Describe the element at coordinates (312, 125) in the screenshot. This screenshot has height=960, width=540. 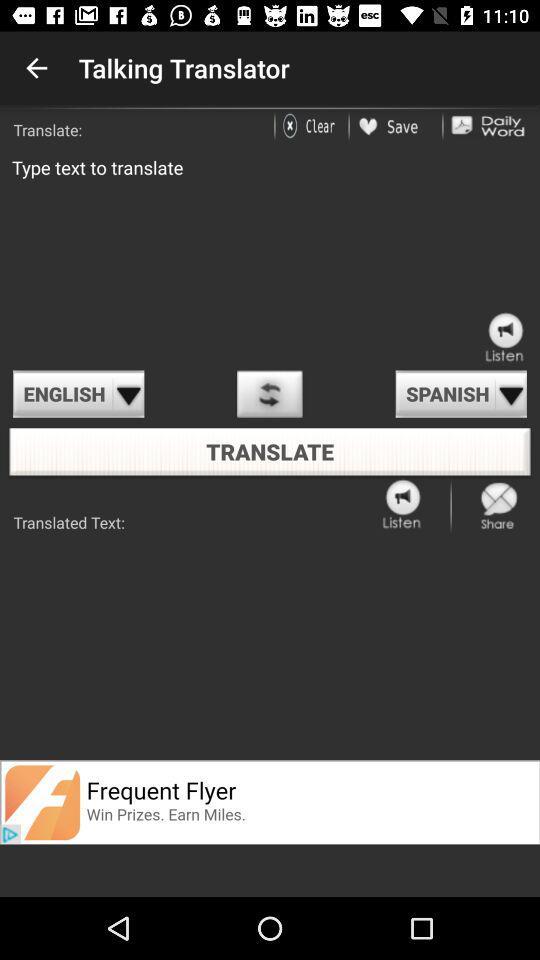
I see `clear the article` at that location.